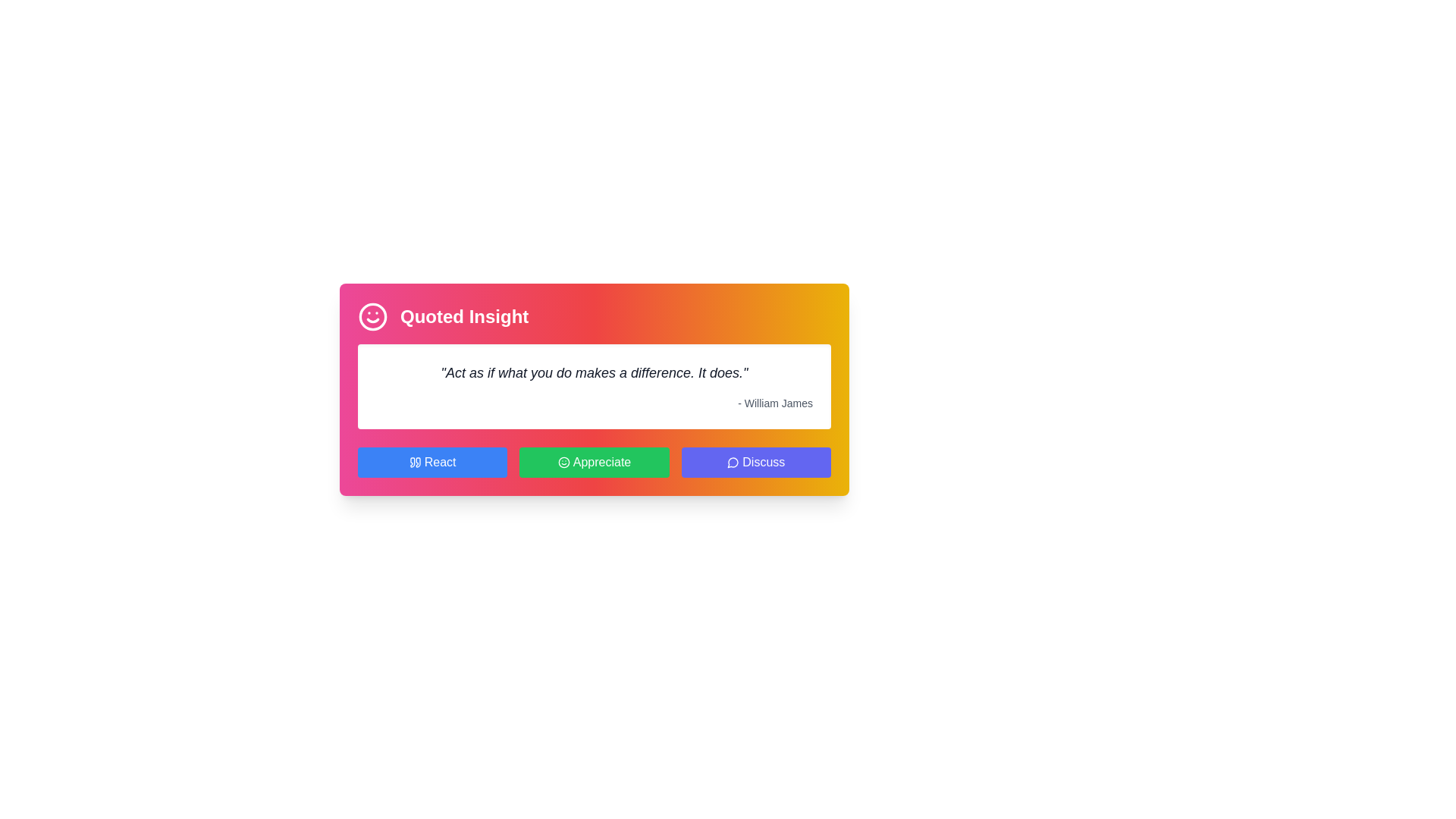 Image resolution: width=1456 pixels, height=819 pixels. Describe the element at coordinates (593, 461) in the screenshot. I see `the 'Appreciate' button, which is a rectangular button with a green background and white text, located in the middle of three buttons below a motivational quote box` at that location.